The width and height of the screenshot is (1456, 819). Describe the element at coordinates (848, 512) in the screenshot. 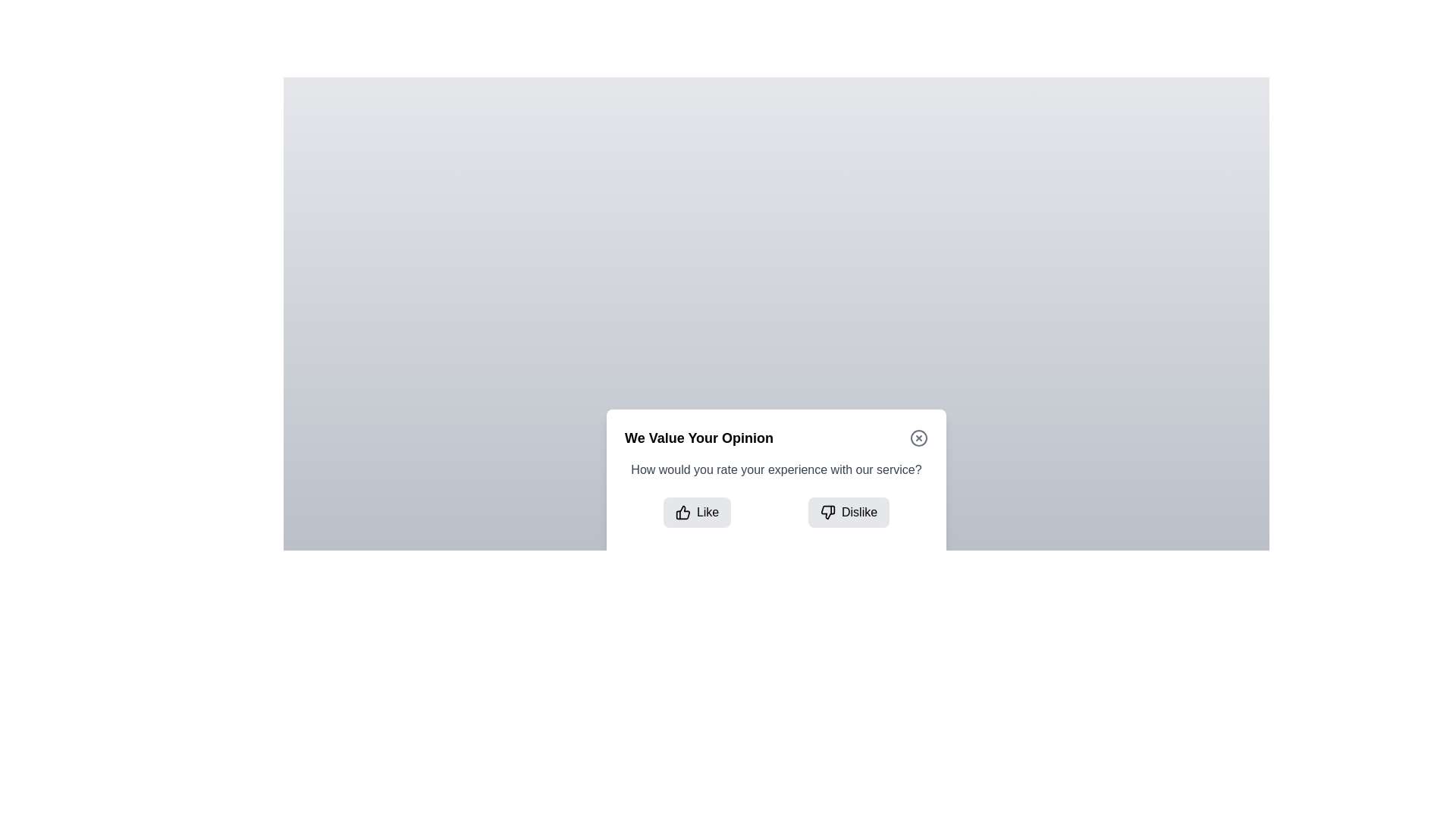

I see `the 'Dislike' button to select it` at that location.